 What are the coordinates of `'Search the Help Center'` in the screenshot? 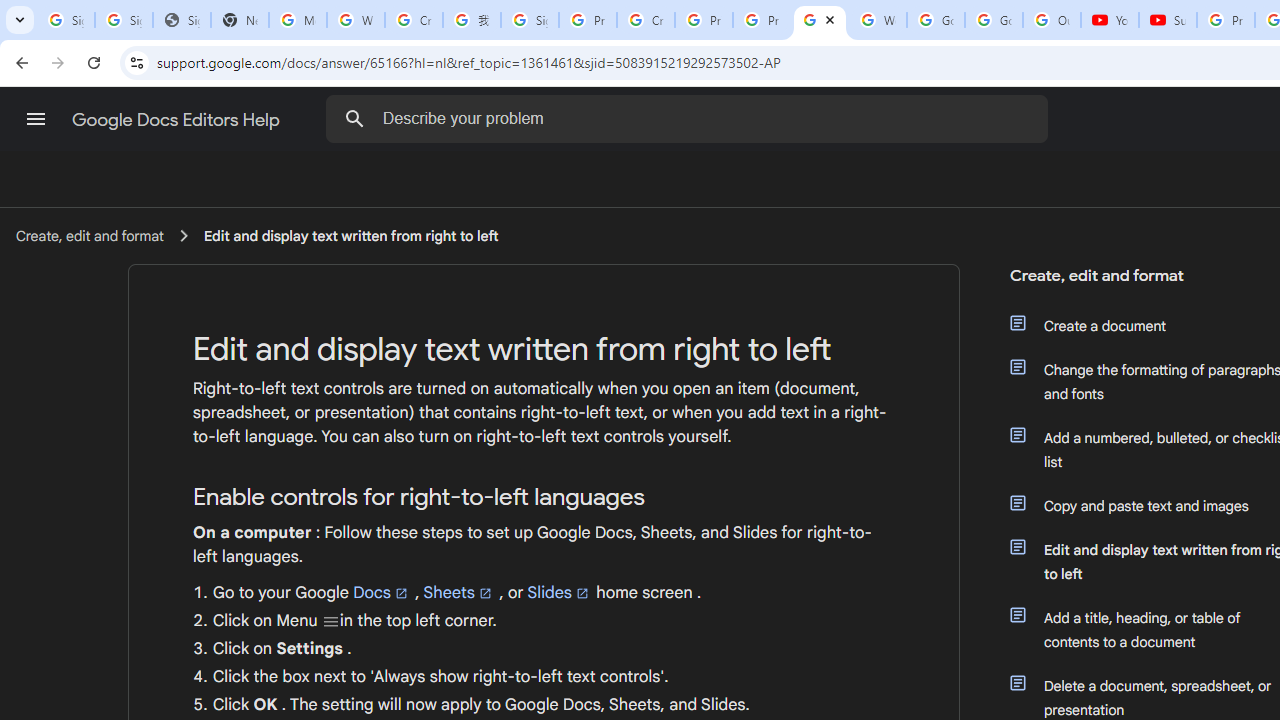 It's located at (354, 118).